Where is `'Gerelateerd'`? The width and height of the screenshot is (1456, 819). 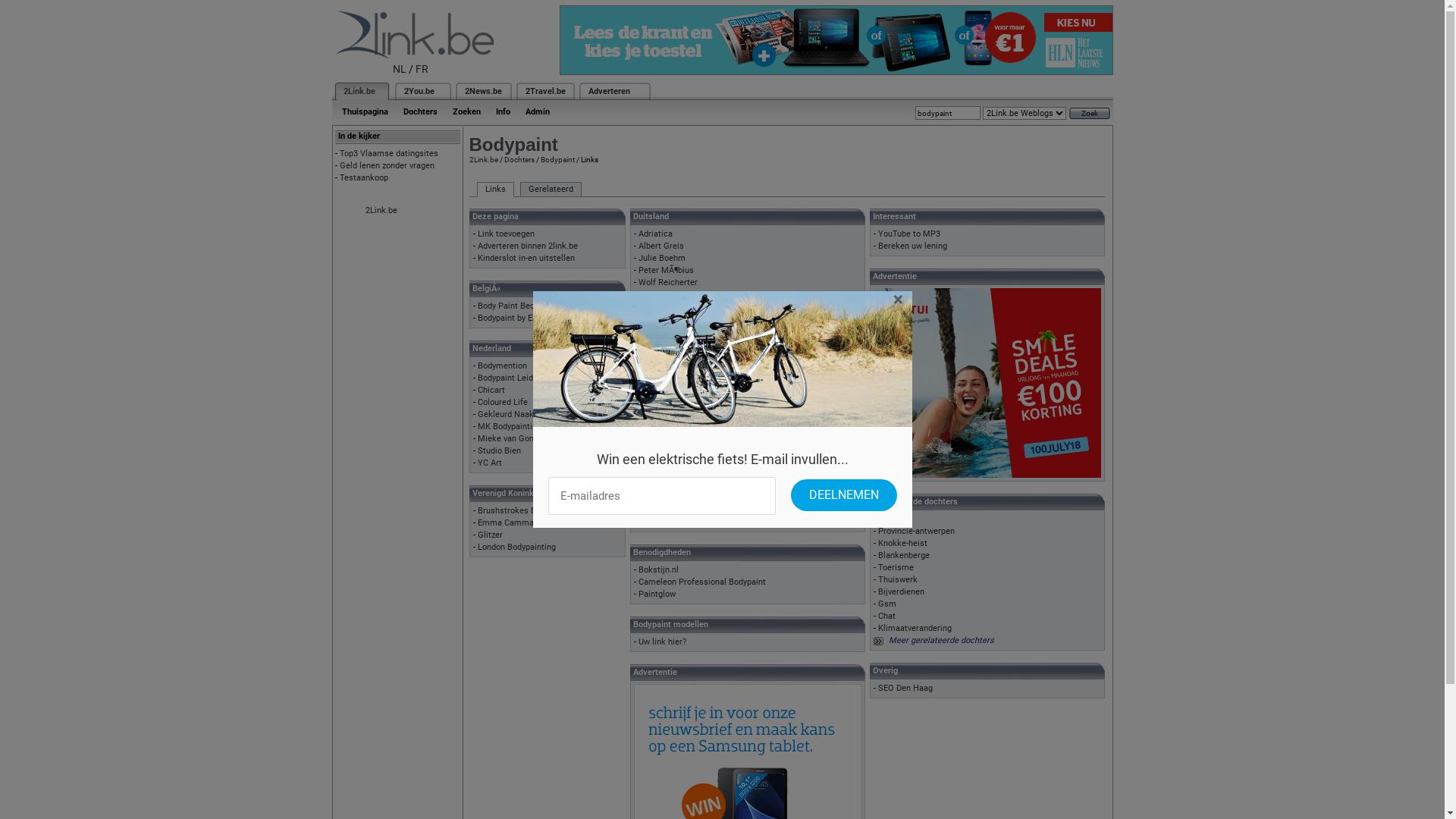 'Gerelateerd' is located at coordinates (550, 189).